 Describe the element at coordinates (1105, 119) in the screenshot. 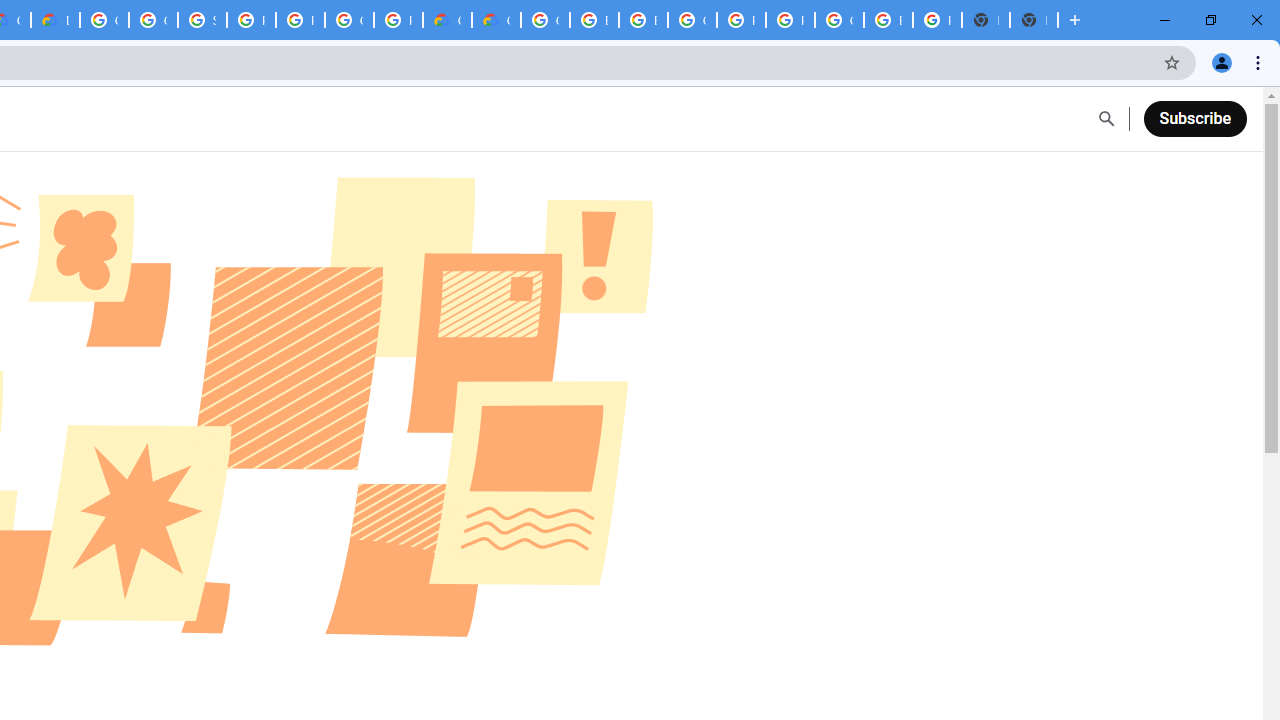

I see `'Open Search'` at that location.